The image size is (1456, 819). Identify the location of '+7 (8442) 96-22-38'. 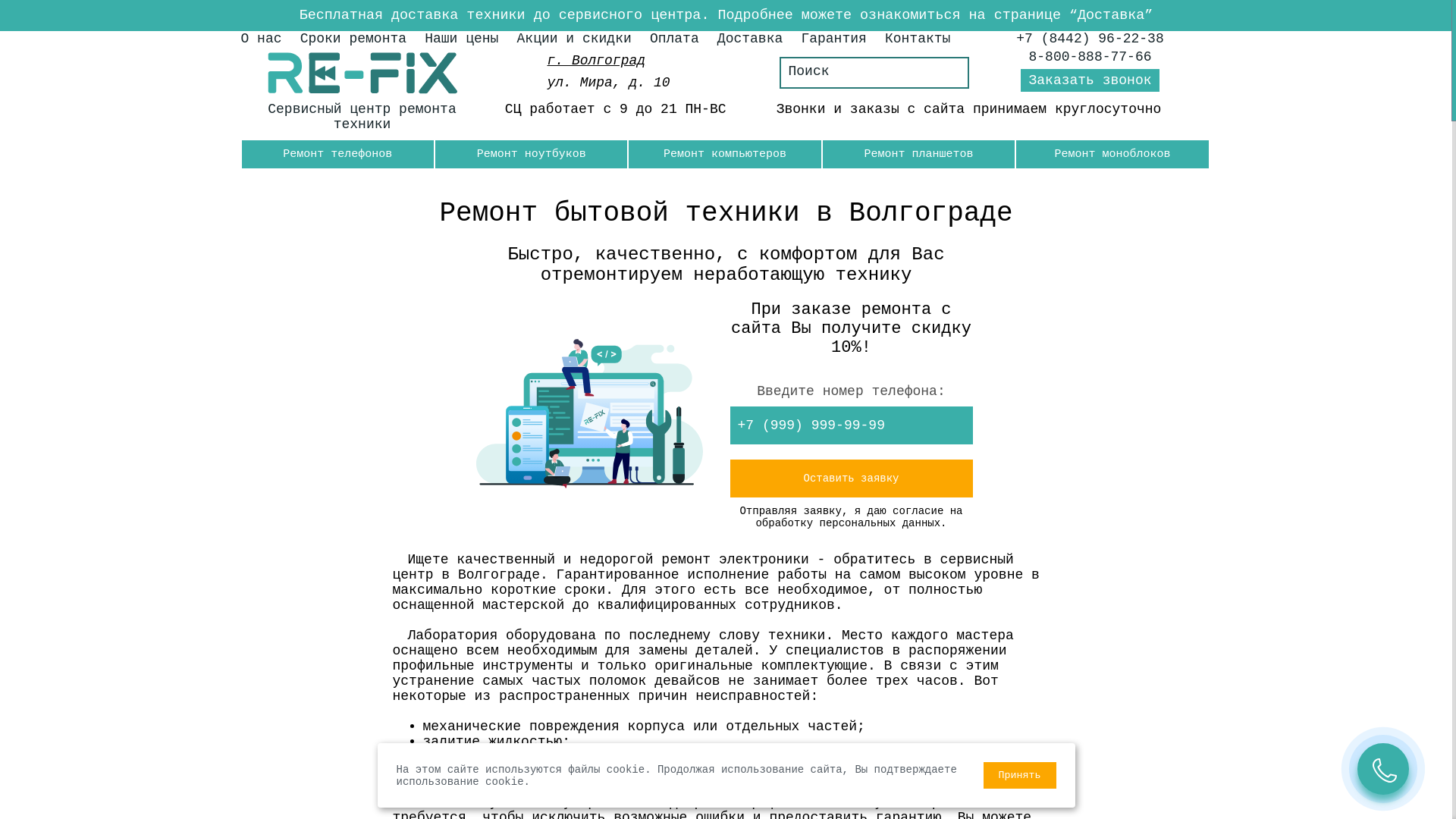
(1088, 37).